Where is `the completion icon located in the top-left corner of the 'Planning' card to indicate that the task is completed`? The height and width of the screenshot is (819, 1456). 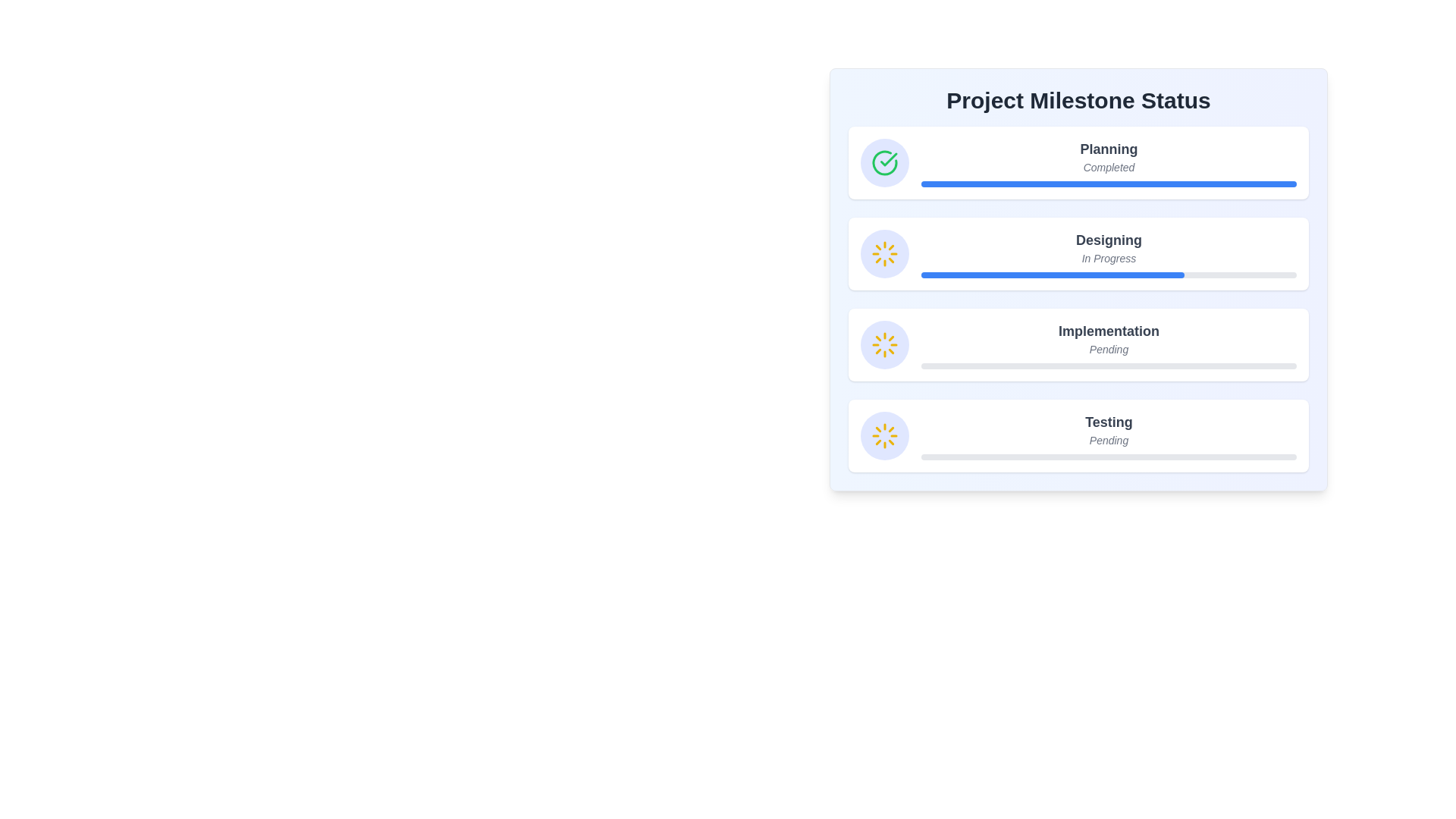
the completion icon located in the top-left corner of the 'Planning' card to indicate that the task is completed is located at coordinates (884, 163).